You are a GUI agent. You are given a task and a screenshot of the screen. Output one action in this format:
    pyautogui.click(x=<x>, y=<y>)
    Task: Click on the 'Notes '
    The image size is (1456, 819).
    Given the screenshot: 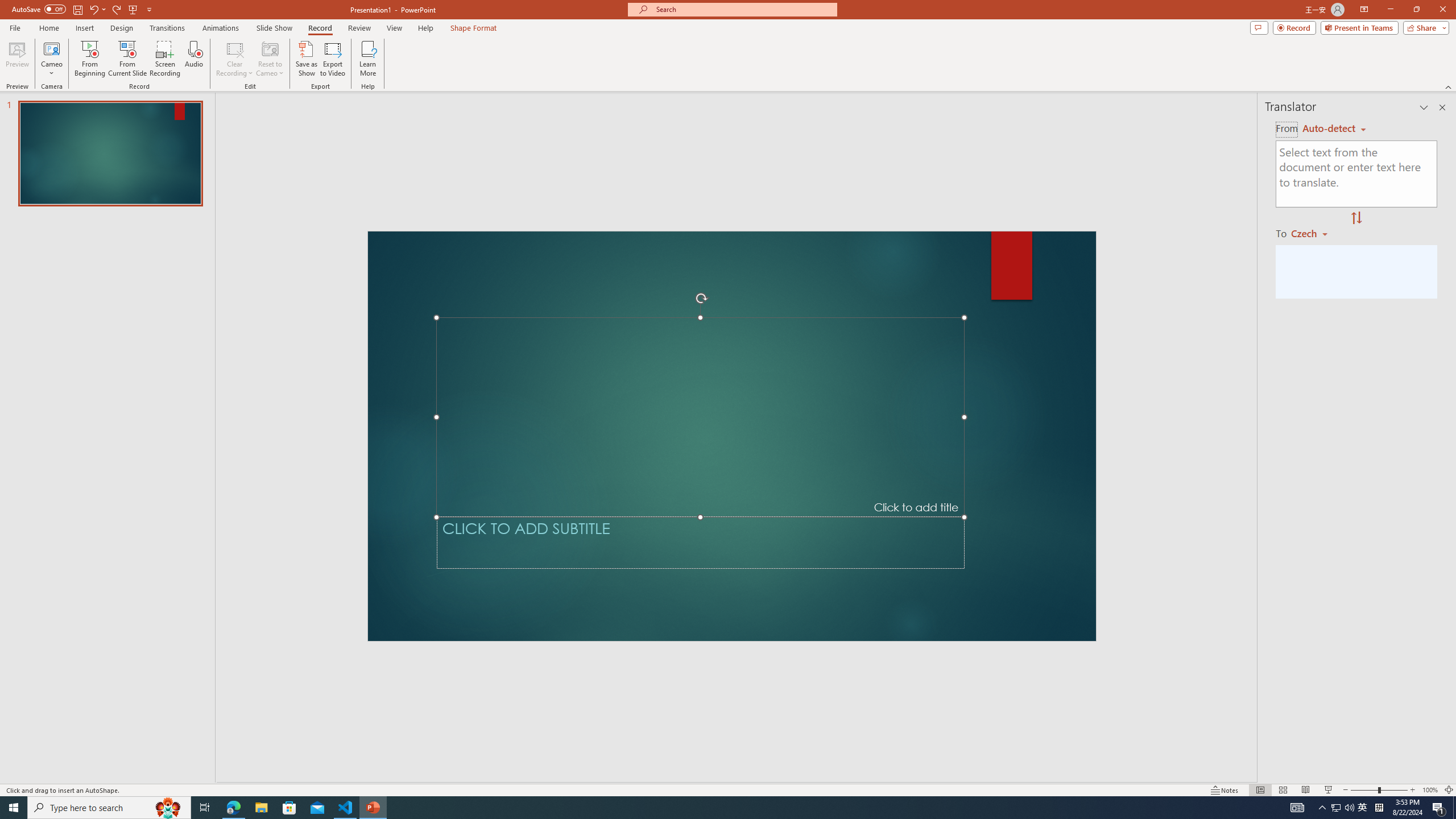 What is the action you would take?
    pyautogui.click(x=1225, y=790)
    